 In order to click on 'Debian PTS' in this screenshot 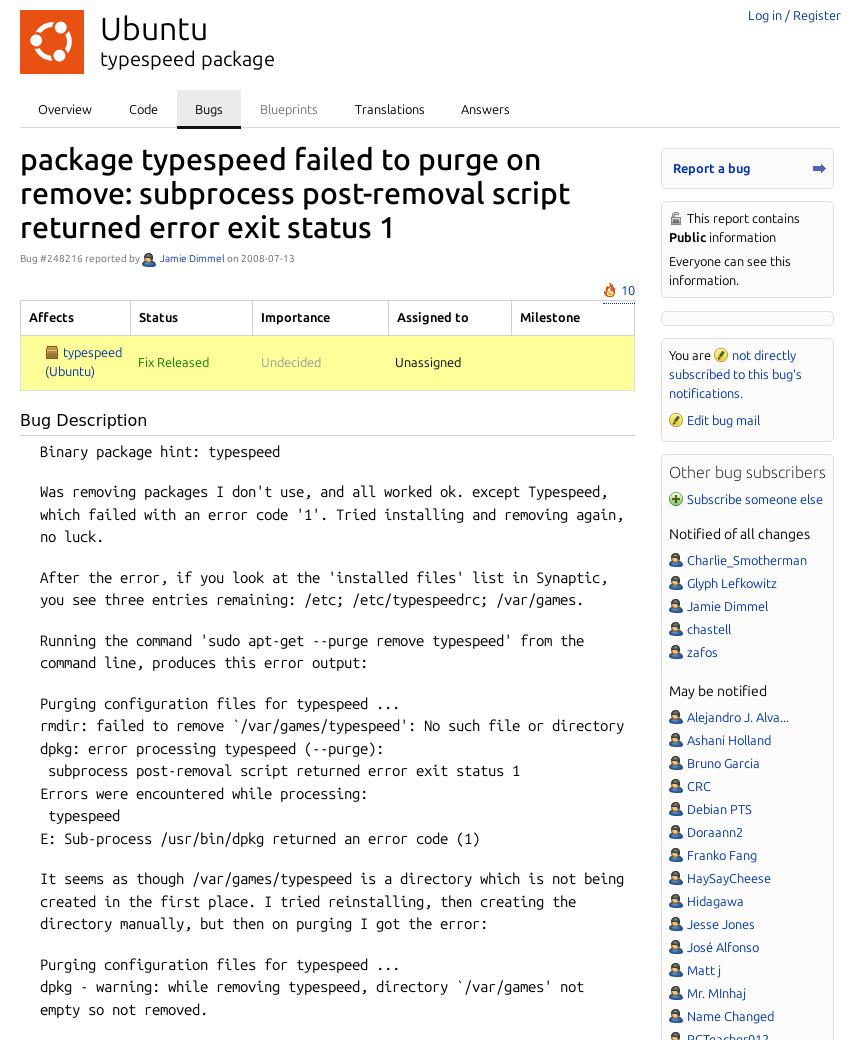, I will do `click(717, 808)`.